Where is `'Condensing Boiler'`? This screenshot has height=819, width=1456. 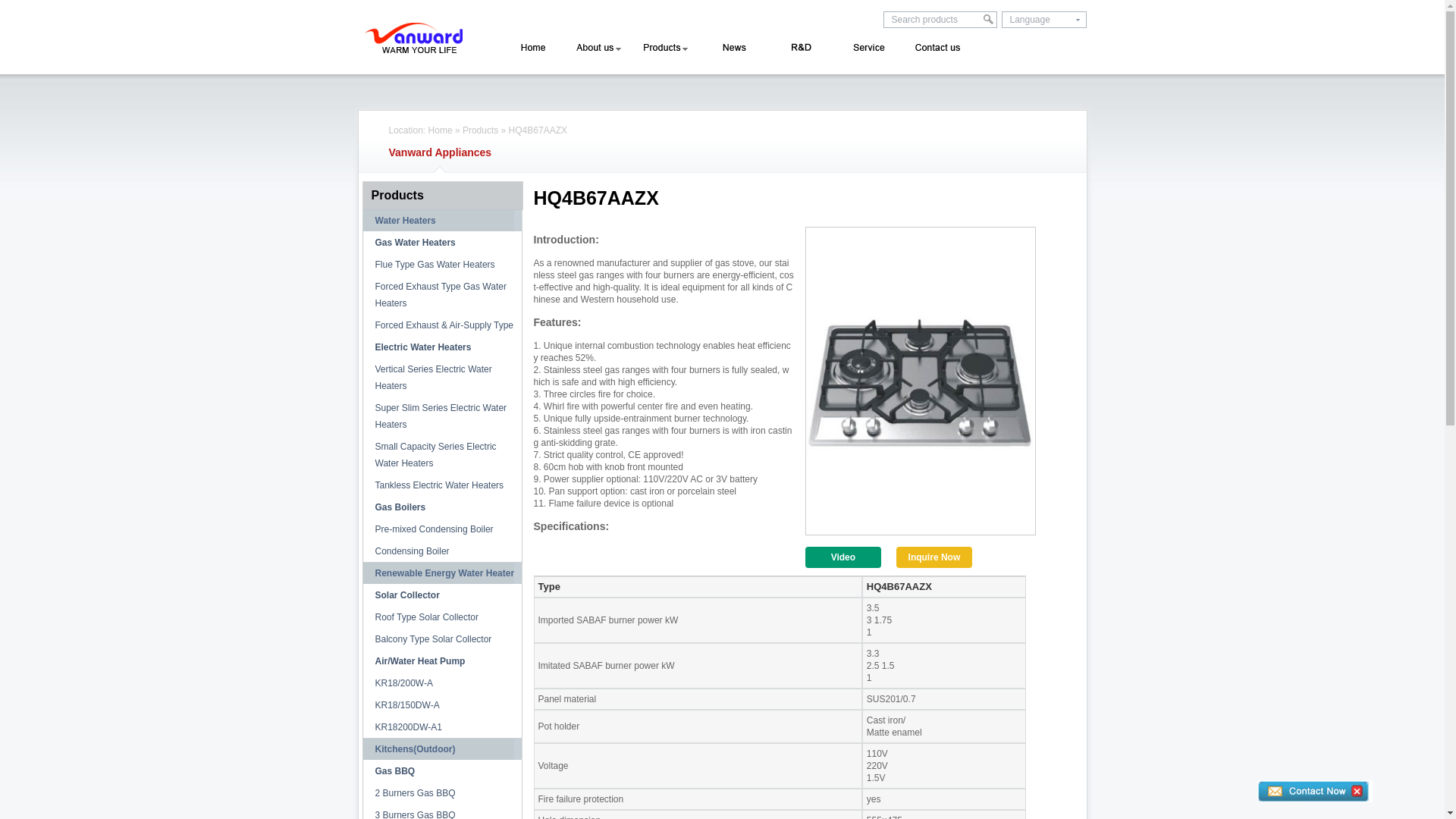
'Condensing Boiler' is located at coordinates (441, 551).